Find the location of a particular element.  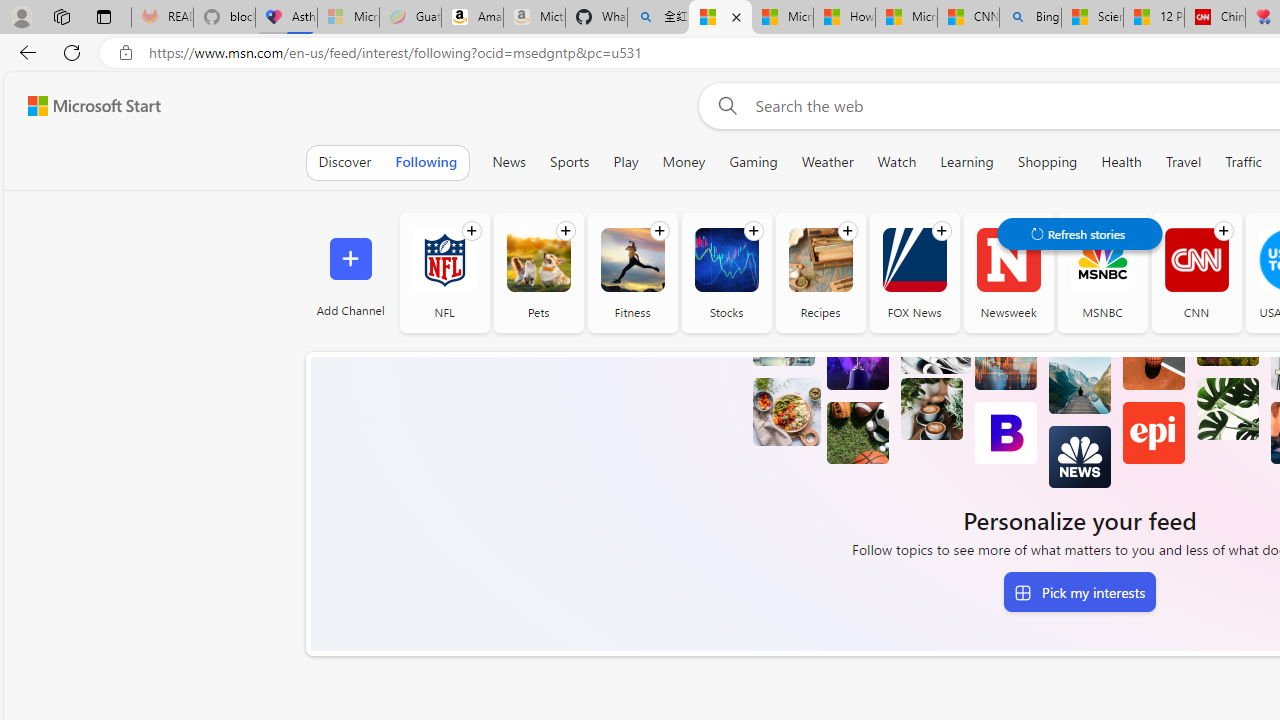

'Learning' is located at coordinates (967, 161).